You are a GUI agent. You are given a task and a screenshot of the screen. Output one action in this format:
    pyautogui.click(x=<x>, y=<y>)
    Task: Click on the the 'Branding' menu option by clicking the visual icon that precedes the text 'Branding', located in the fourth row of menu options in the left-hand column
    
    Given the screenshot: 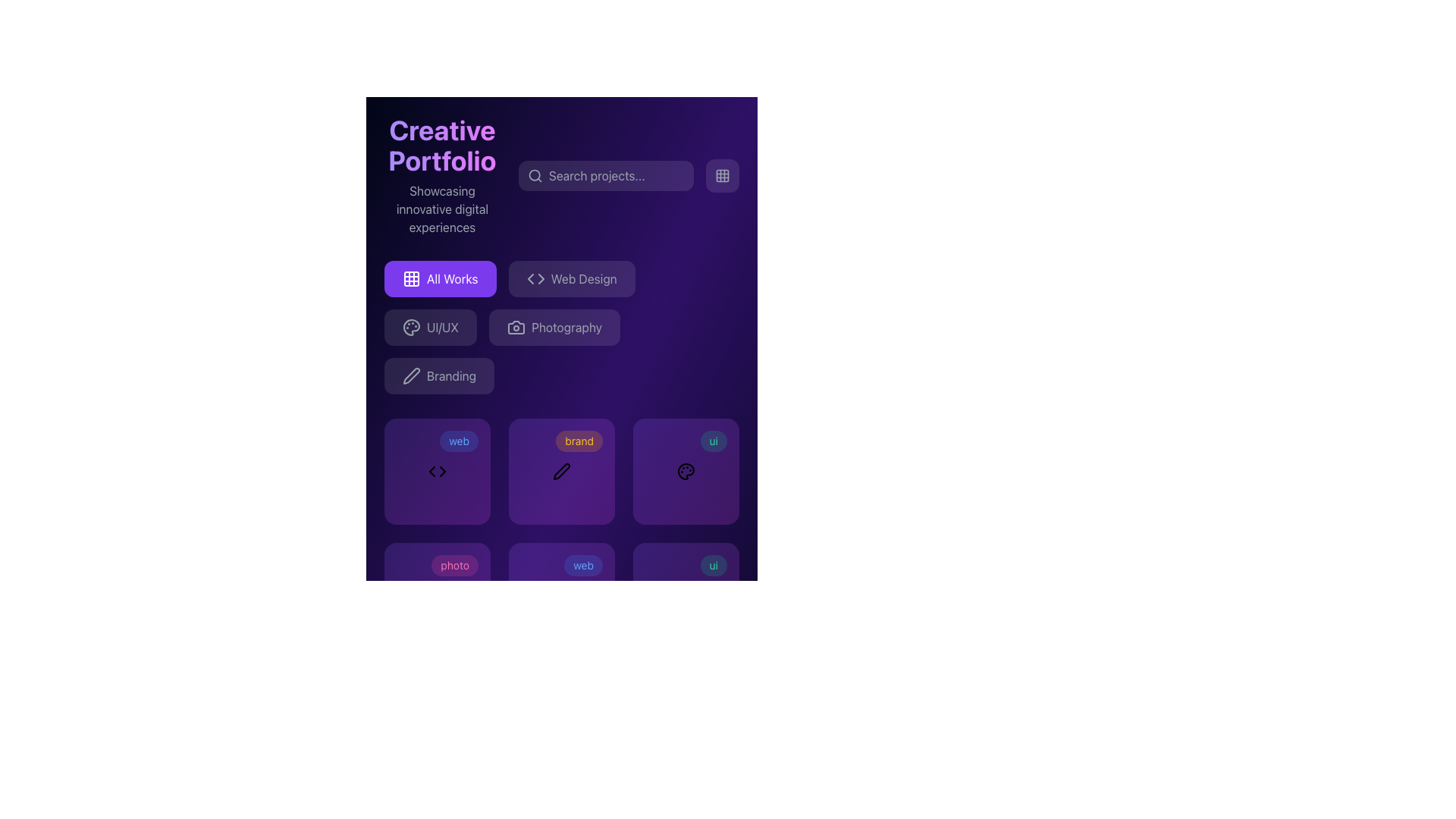 What is the action you would take?
    pyautogui.click(x=411, y=375)
    